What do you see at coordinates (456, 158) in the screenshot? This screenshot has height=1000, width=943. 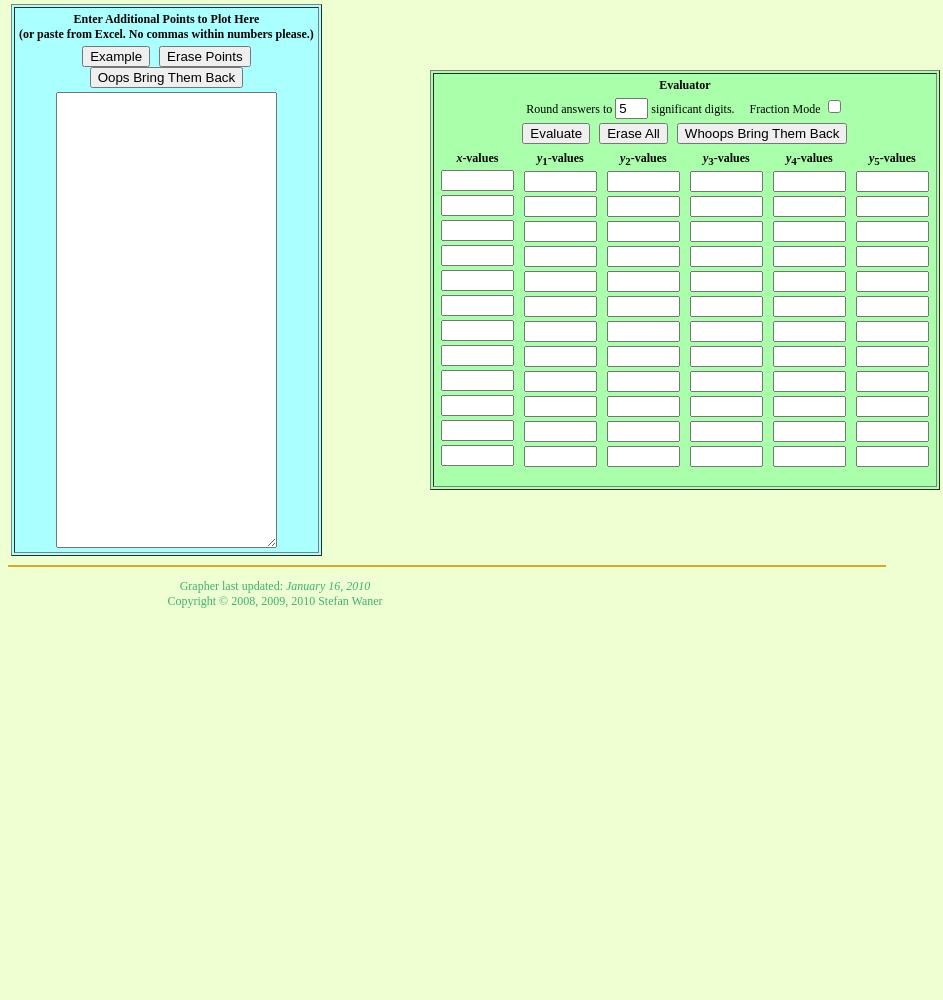 I see `'x'` at bounding box center [456, 158].